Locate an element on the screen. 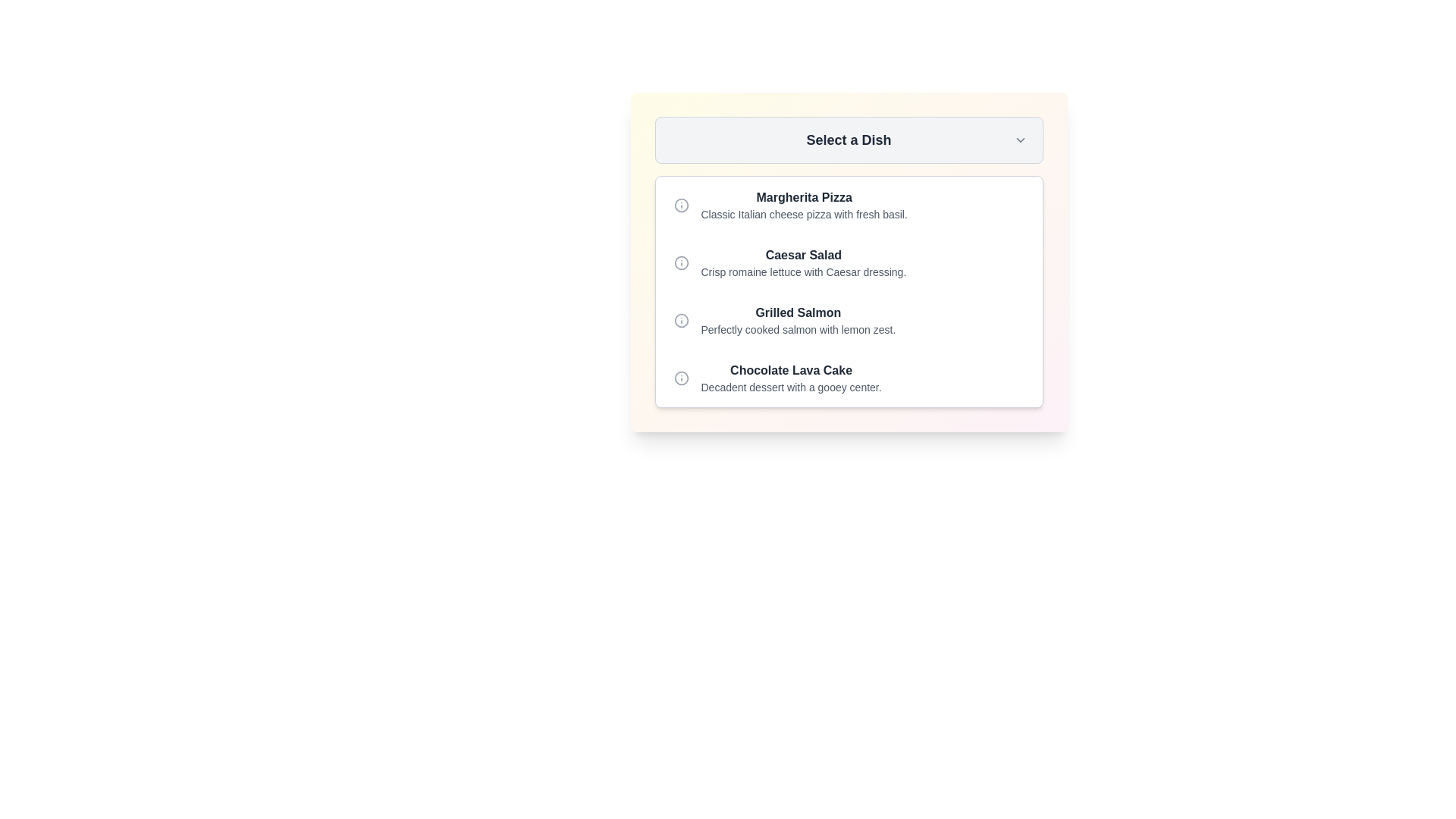 The height and width of the screenshot is (819, 1456). the descriptive text stating 'Crisp romaine lettuce with Caesar dressing.', which is located immediately below the title 'Caesar Salad' in the vertical menu list is located at coordinates (802, 271).